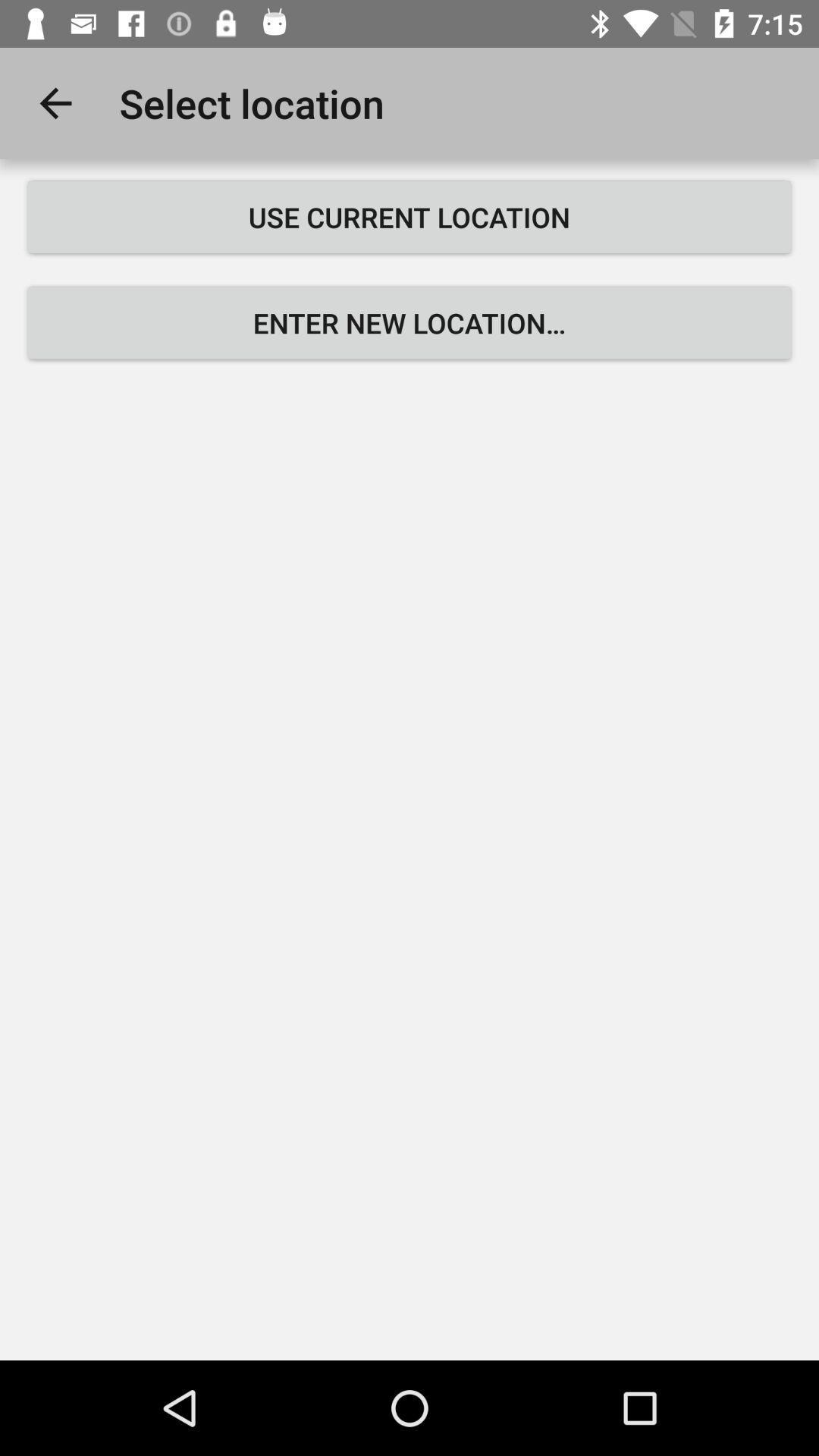 This screenshot has height=1456, width=819. I want to click on use current location, so click(409, 216).